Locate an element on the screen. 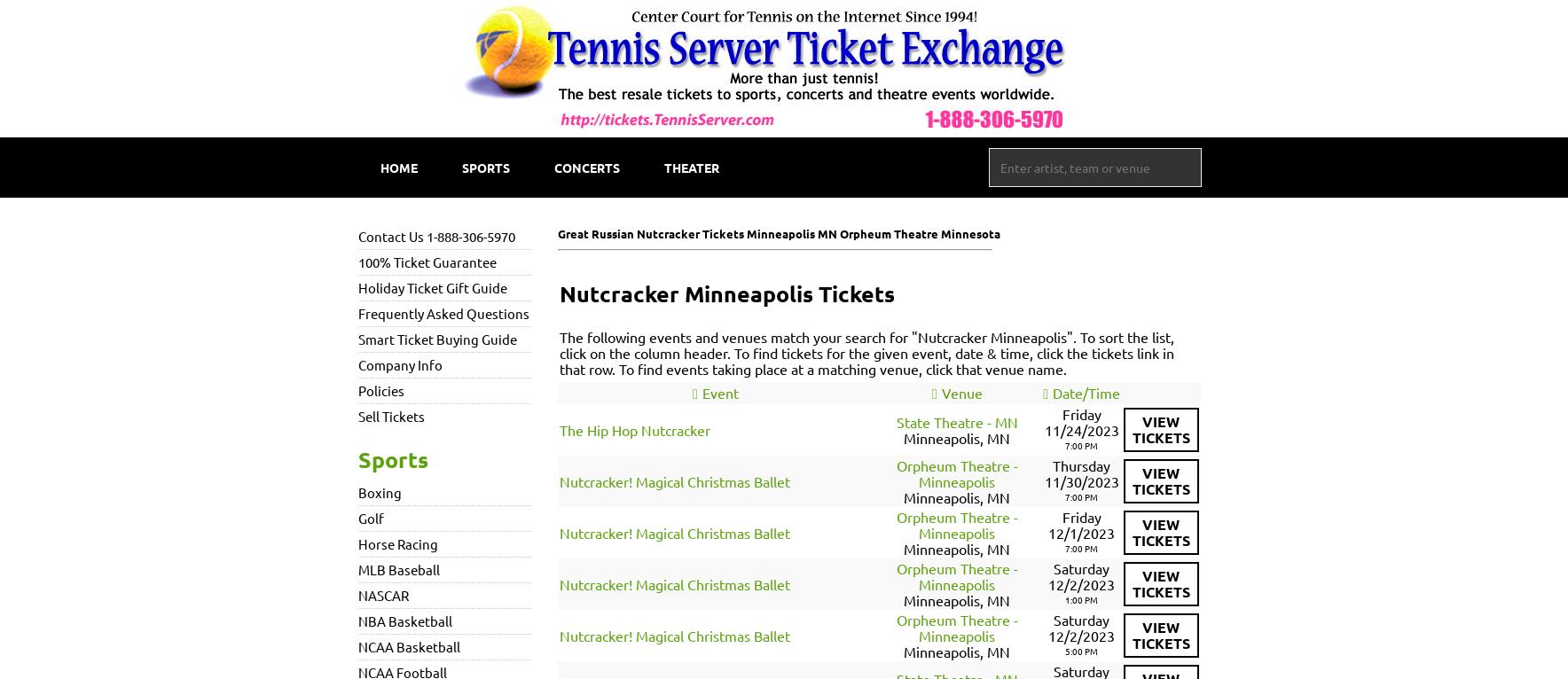  'Holiday Ticket Gift Guide' is located at coordinates (431, 286).